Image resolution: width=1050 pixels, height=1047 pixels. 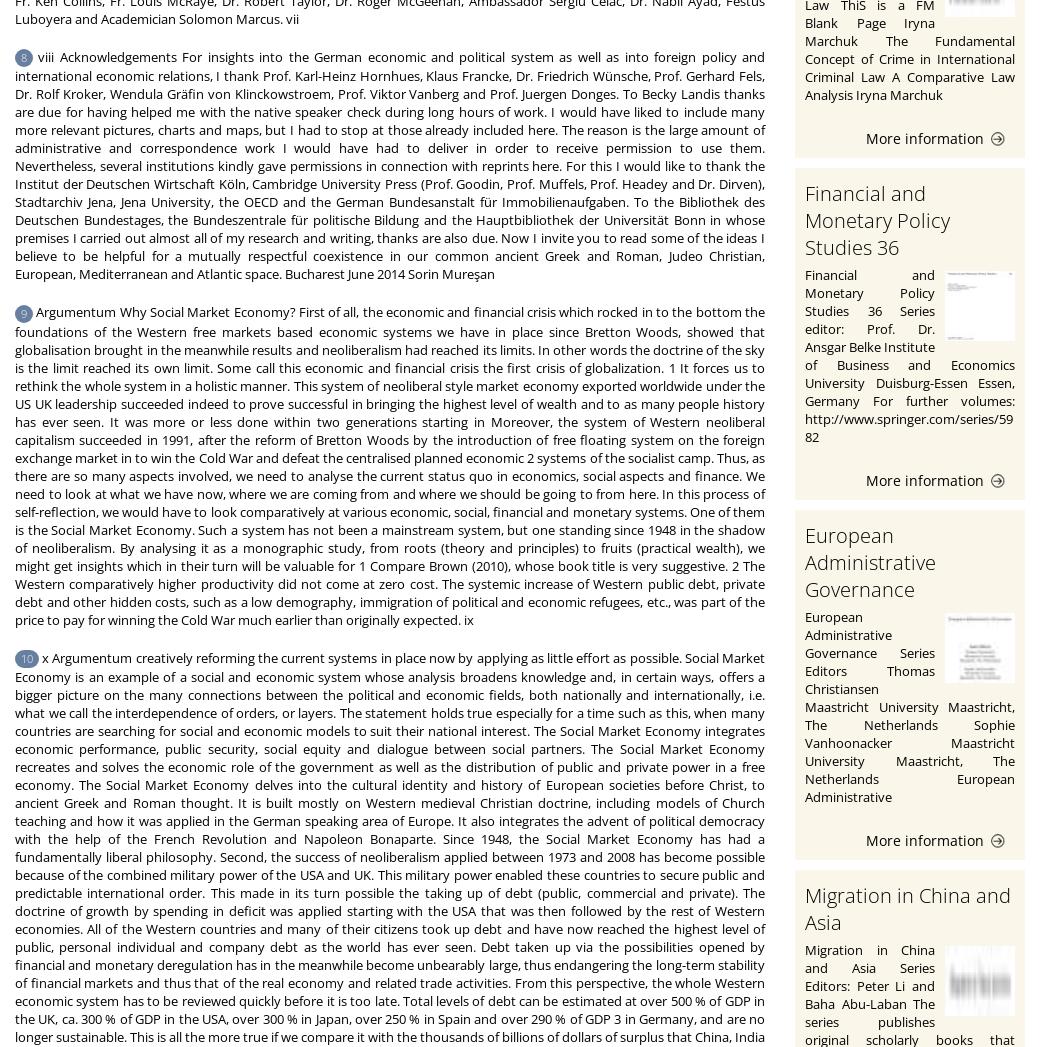 What do you see at coordinates (804, 355) in the screenshot?
I see `'Financial and Monetary Policy Studies 36 Series editor: Prof. Dr. Ansgar Belke Institute of Business and Economics University Duisburg-Essen Essen, Germany For further volumes: http://www.springer.com/series/5982'` at bounding box center [804, 355].